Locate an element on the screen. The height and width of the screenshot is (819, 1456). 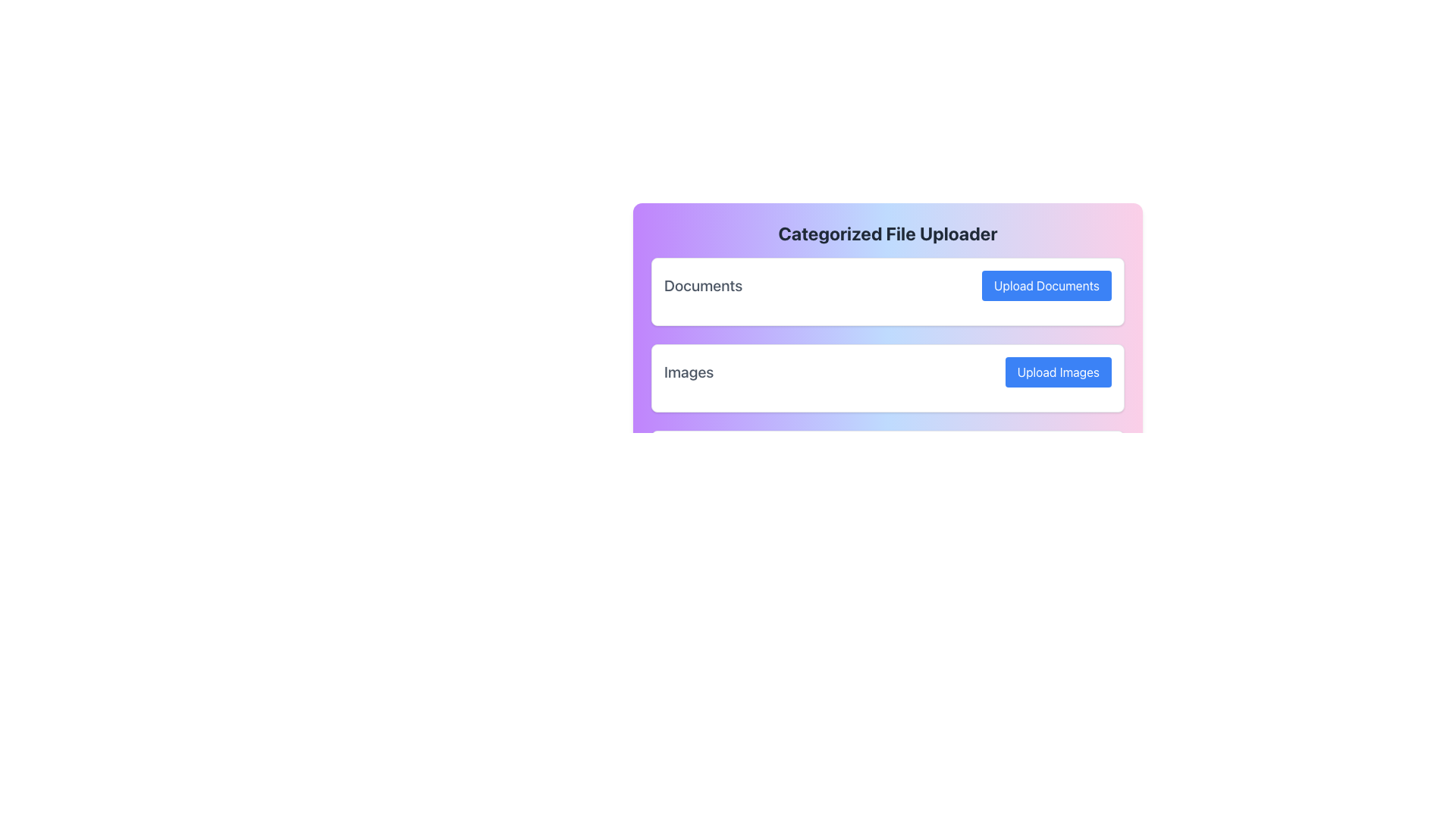
the second button aligned to the right of the 'Images' label is located at coordinates (1057, 372).